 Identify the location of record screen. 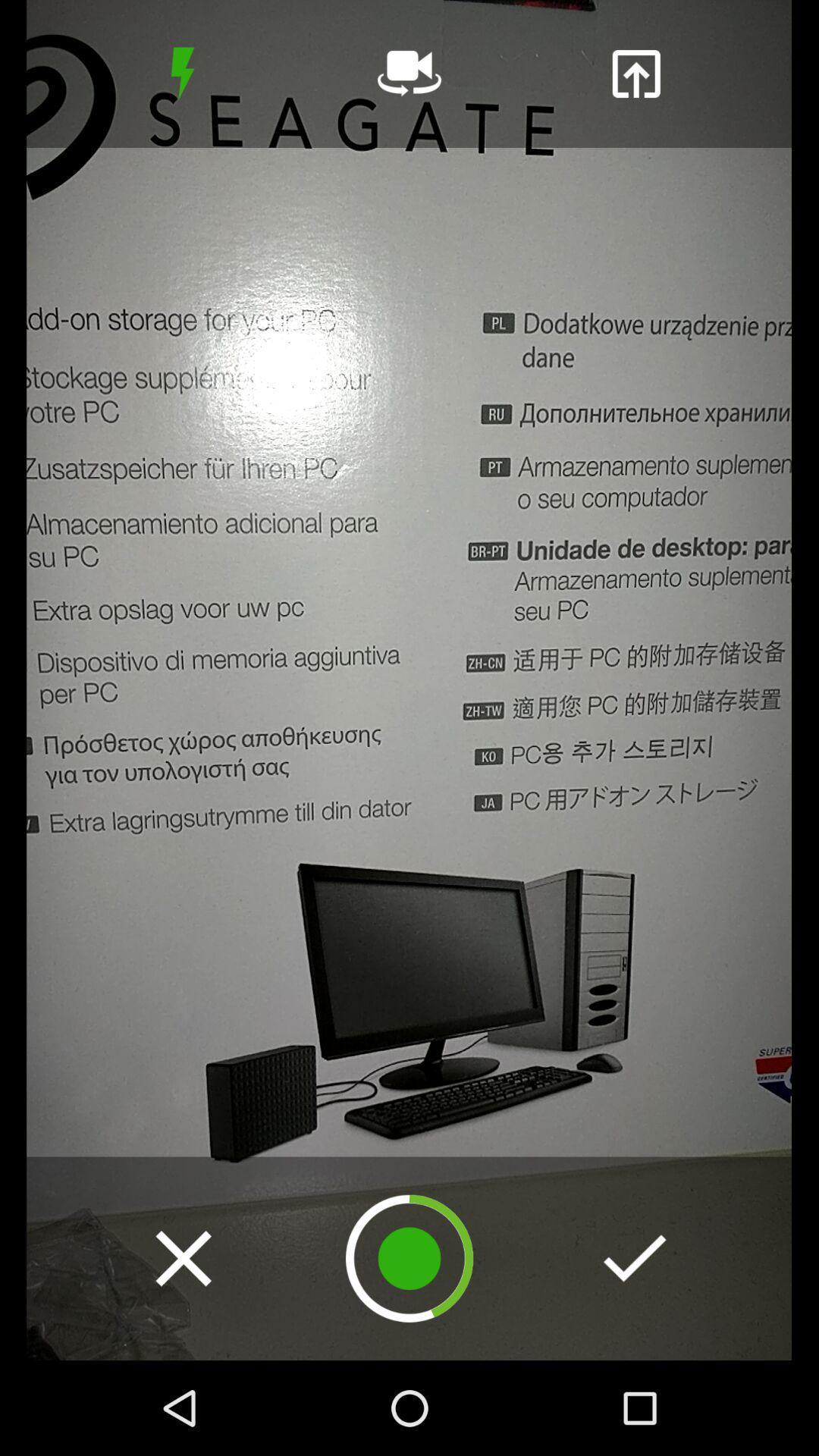
(409, 1258).